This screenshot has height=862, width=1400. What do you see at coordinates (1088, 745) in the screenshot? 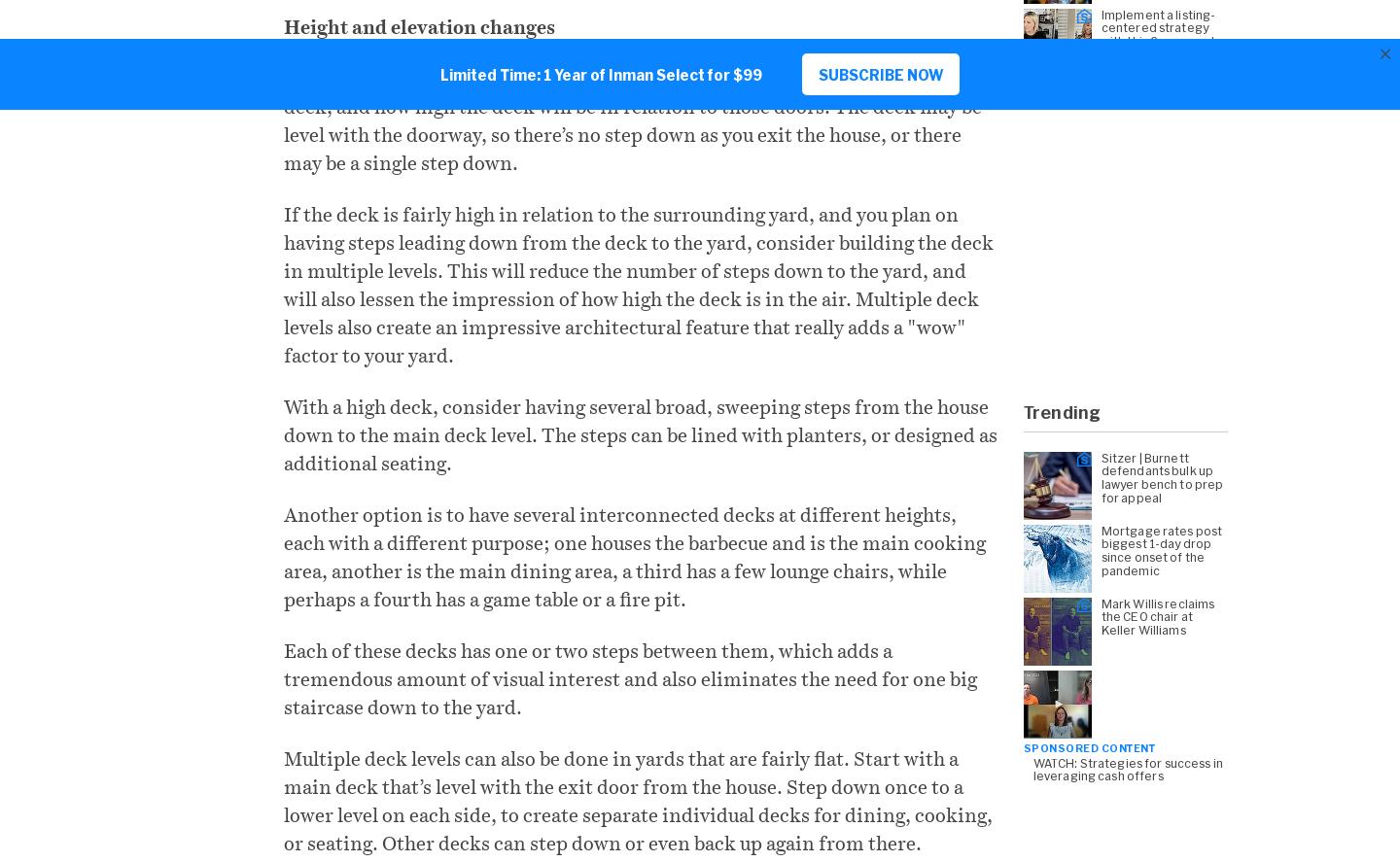
I see `'Sponsored Content'` at bounding box center [1088, 745].